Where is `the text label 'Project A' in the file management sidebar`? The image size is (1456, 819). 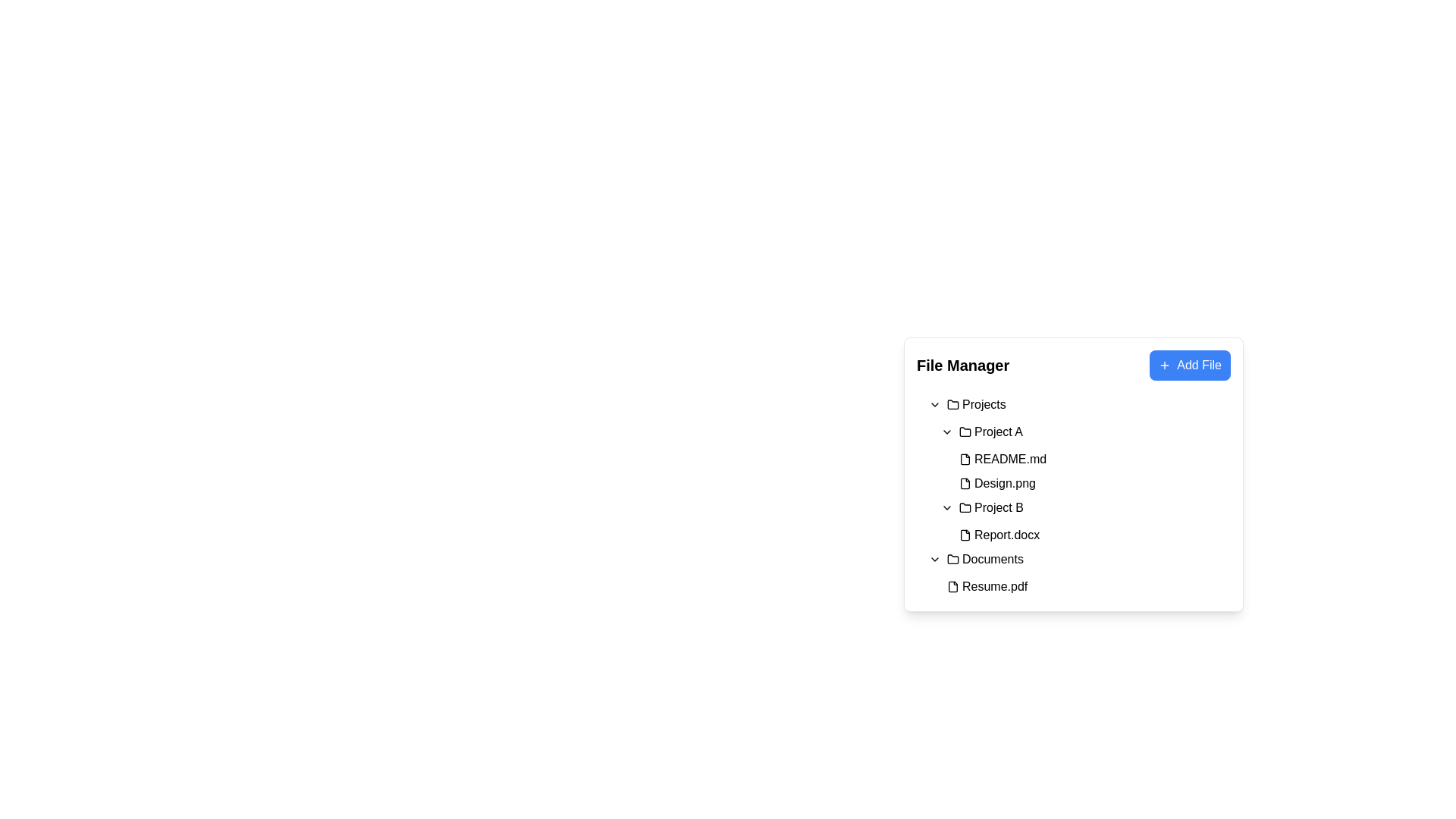
the text label 'Project A' in the file management sidebar is located at coordinates (998, 432).